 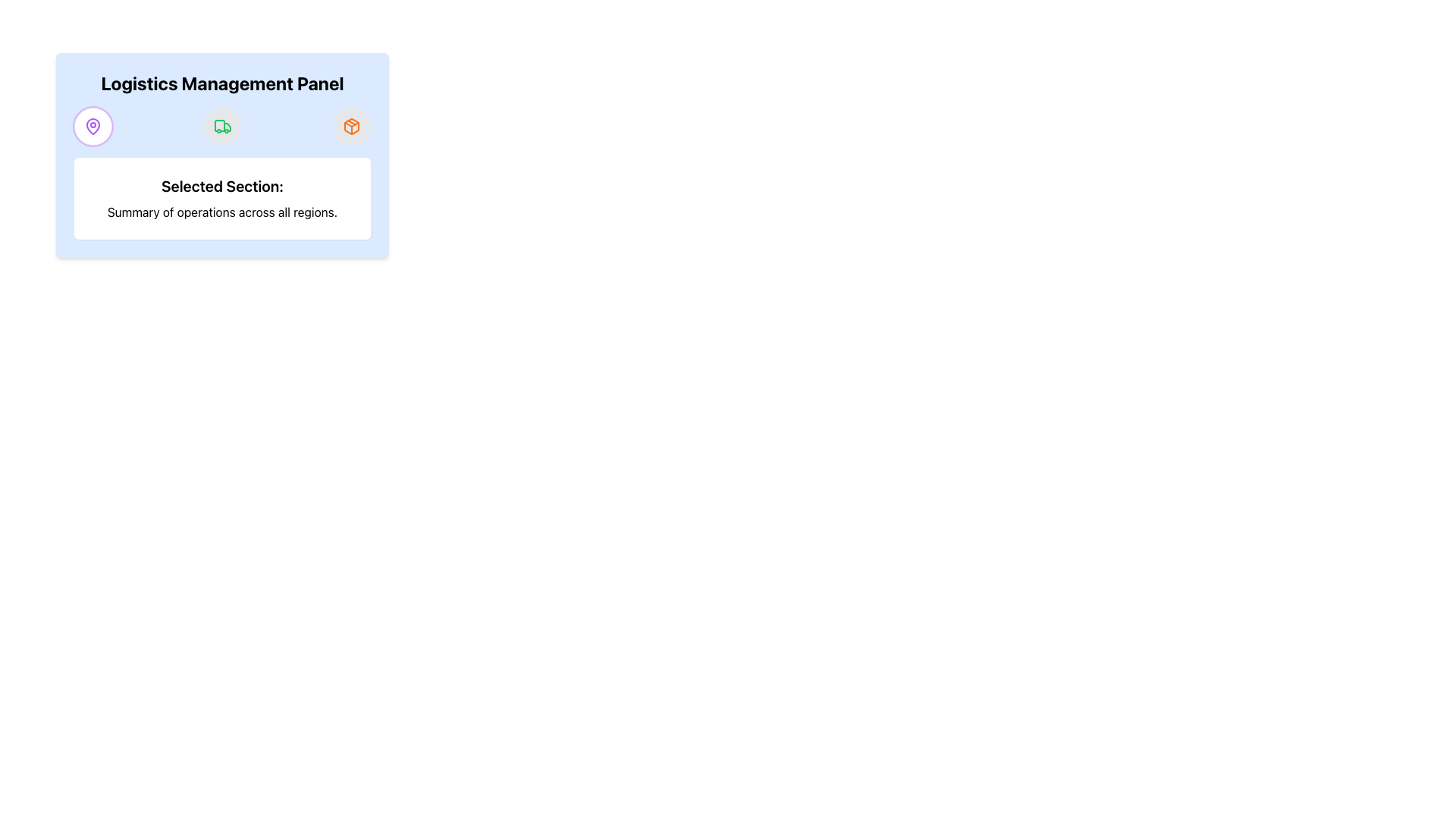 I want to click on the purple heart icon that is part of a map pin design, located within the logistics management panel, so click(x=93, y=124).